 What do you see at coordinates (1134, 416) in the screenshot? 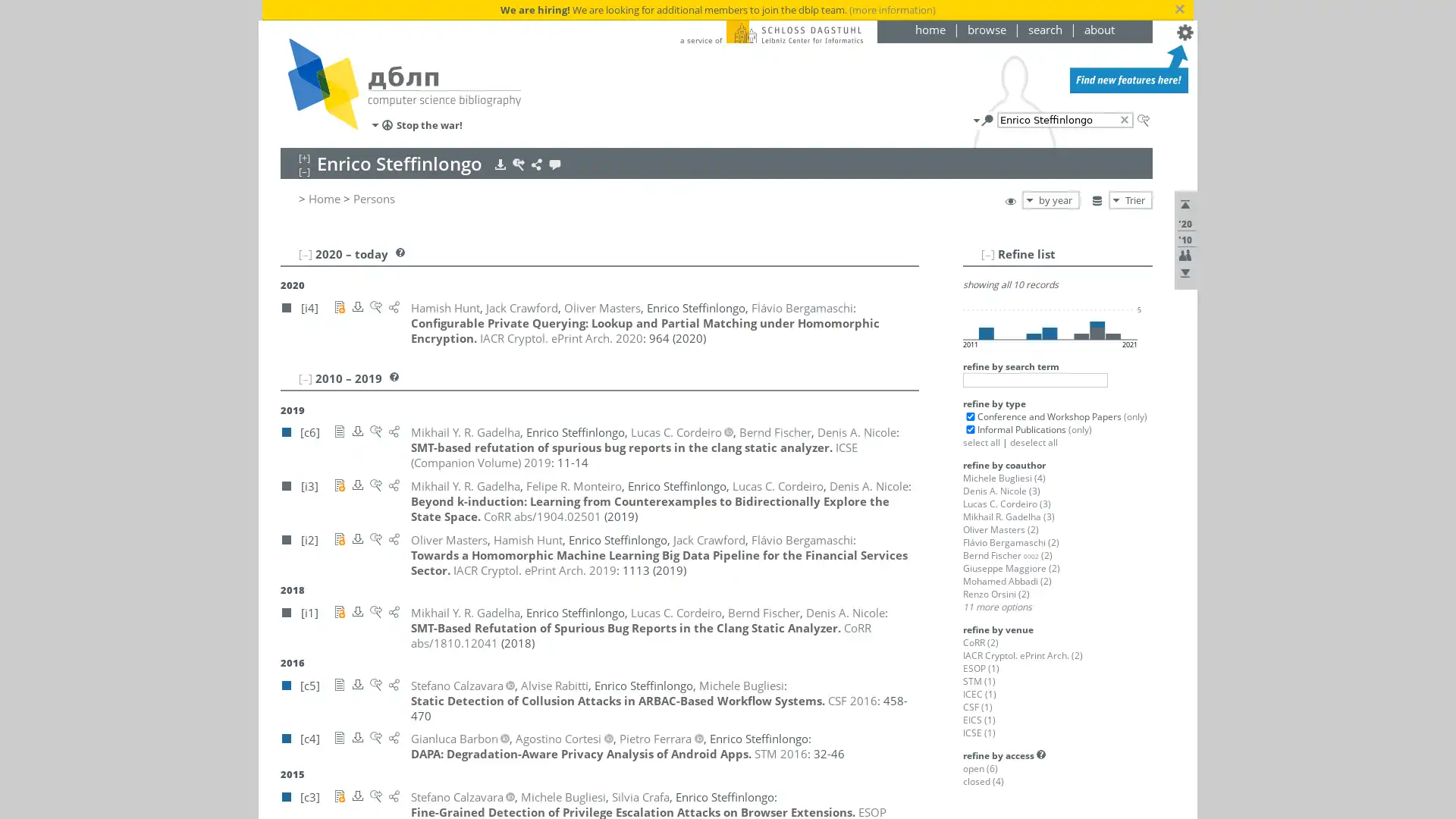
I see `(only)` at bounding box center [1134, 416].